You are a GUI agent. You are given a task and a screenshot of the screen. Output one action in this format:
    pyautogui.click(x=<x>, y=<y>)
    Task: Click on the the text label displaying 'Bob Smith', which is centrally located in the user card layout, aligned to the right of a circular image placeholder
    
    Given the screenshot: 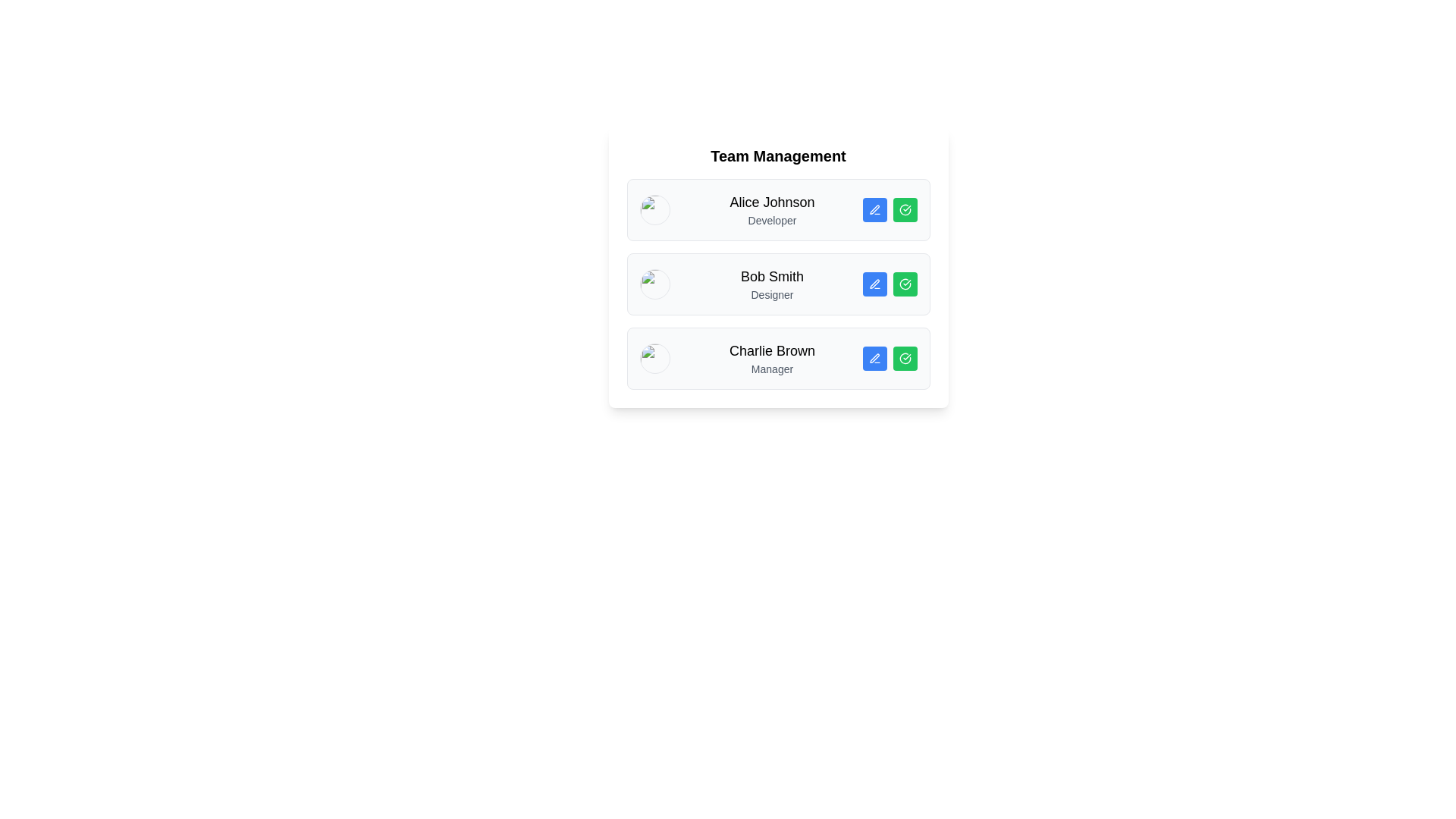 What is the action you would take?
    pyautogui.click(x=772, y=284)
    